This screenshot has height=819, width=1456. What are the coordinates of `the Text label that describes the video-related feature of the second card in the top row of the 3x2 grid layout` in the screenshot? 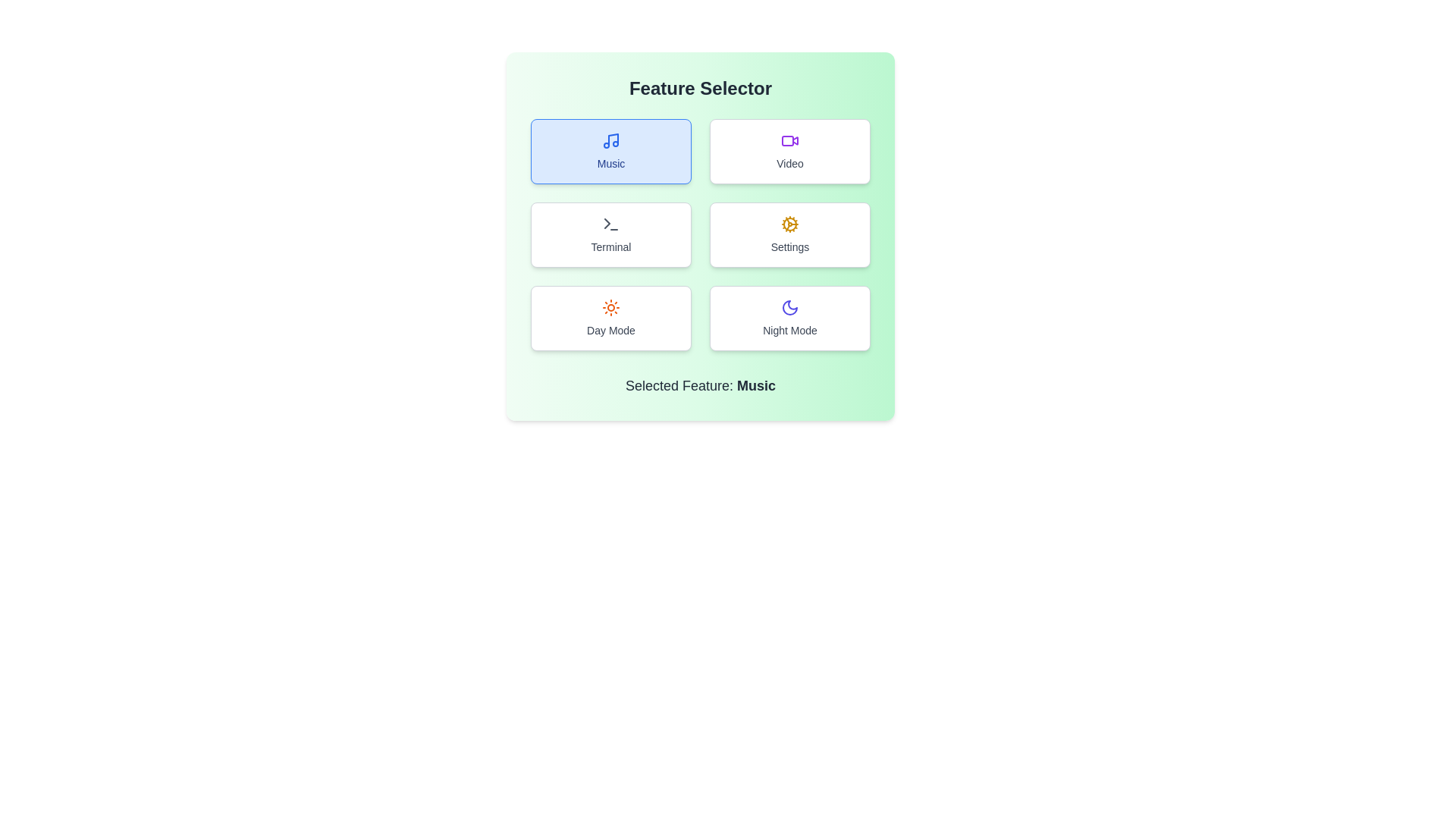 It's located at (789, 164).